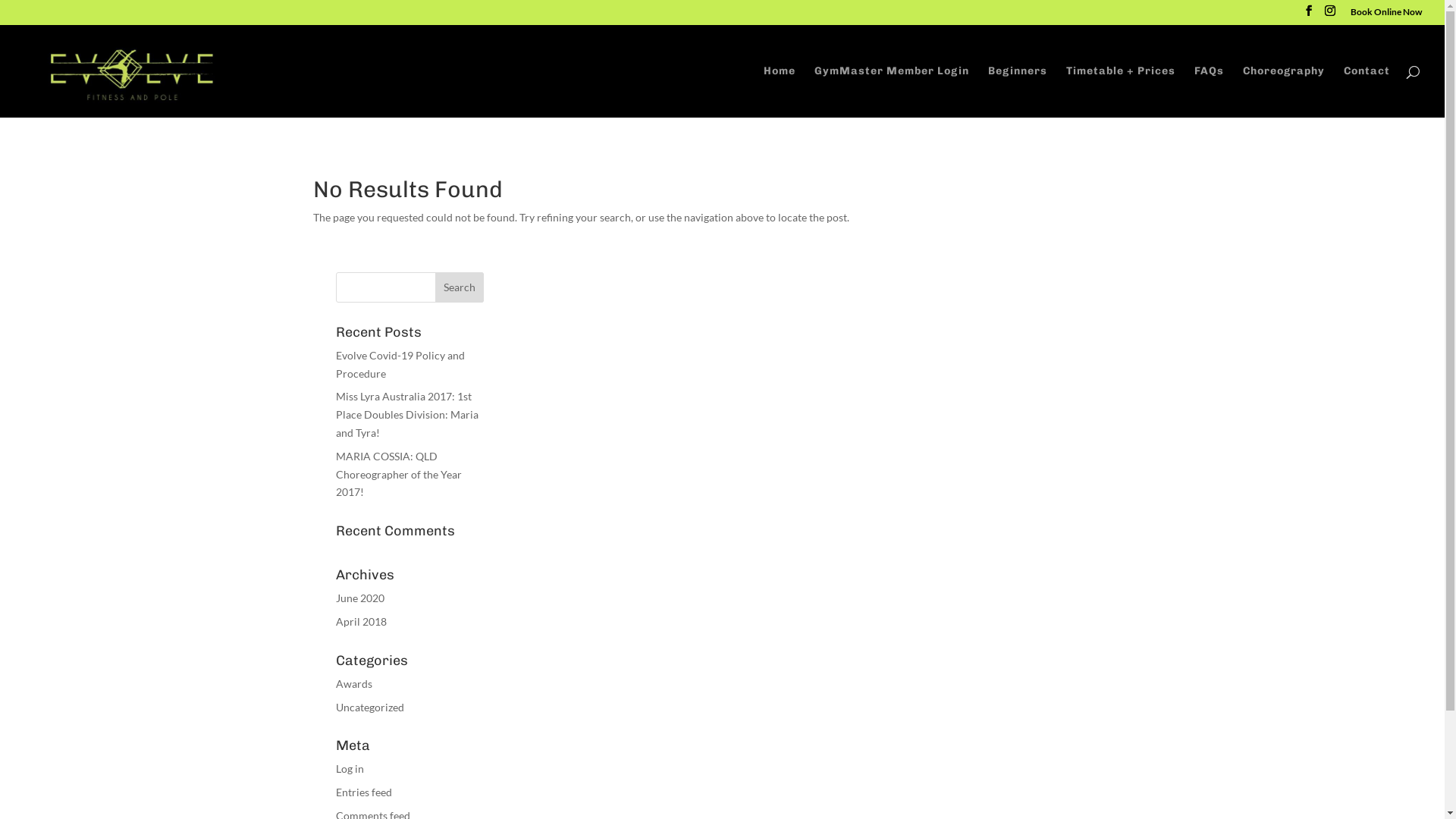 This screenshot has width=1456, height=819. What do you see at coordinates (362, 791) in the screenshot?
I see `'Entries feed'` at bounding box center [362, 791].